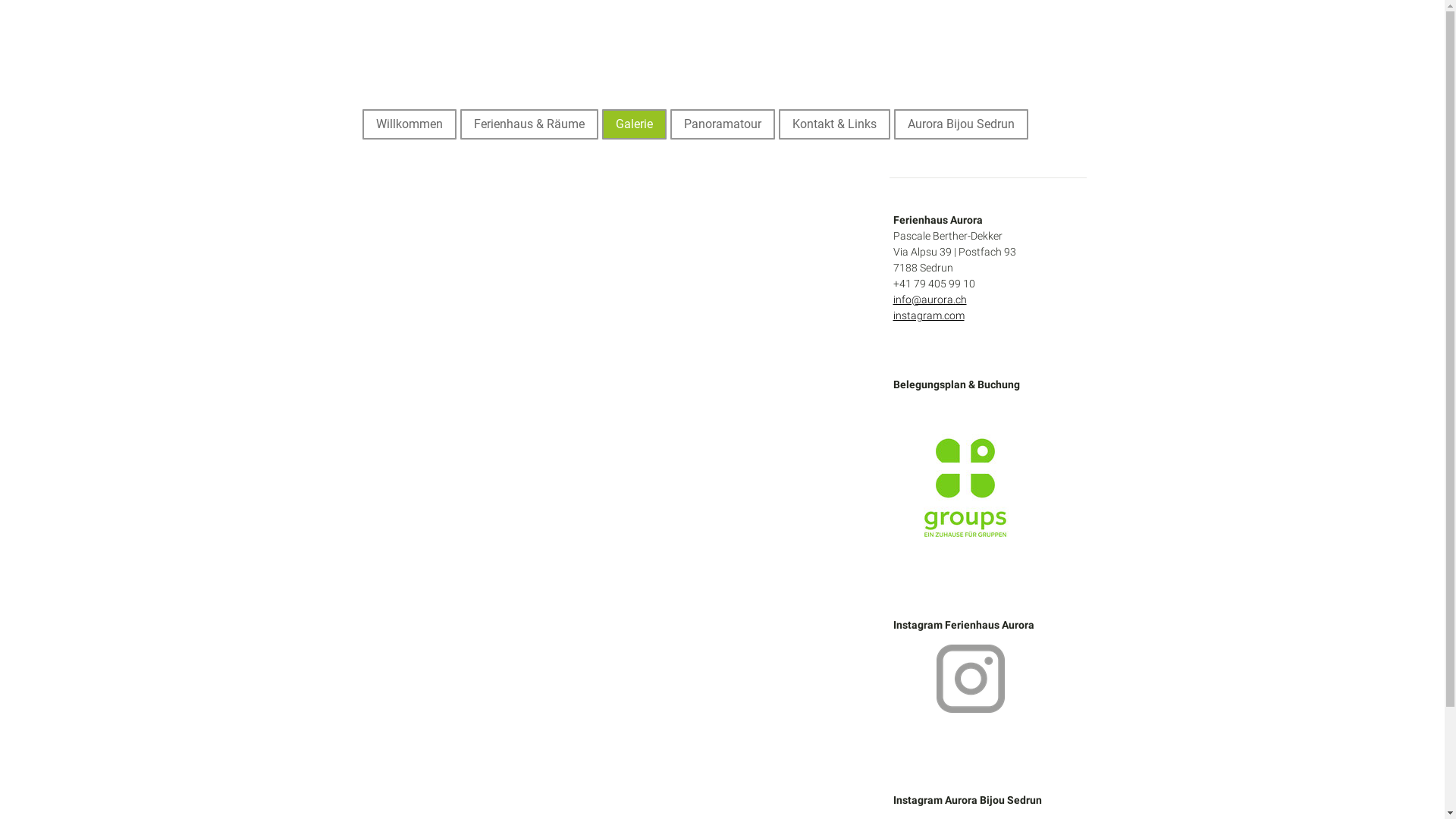  Describe the element at coordinates (893, 299) in the screenshot. I see `'info@aurora.ch'` at that location.